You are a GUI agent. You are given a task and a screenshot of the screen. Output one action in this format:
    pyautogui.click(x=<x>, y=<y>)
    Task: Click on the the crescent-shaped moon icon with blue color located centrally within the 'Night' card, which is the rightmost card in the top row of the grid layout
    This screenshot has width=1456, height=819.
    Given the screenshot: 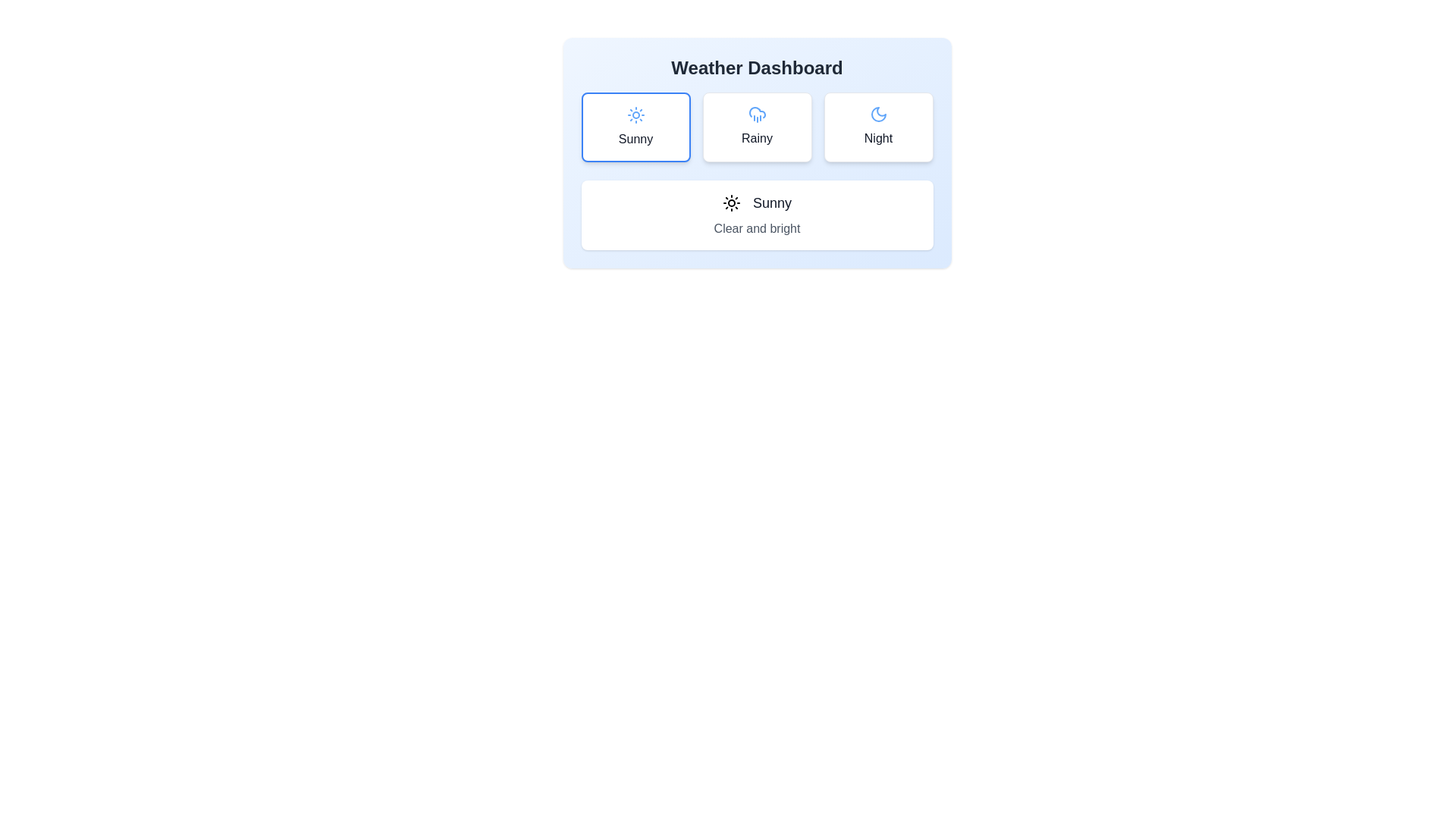 What is the action you would take?
    pyautogui.click(x=878, y=113)
    